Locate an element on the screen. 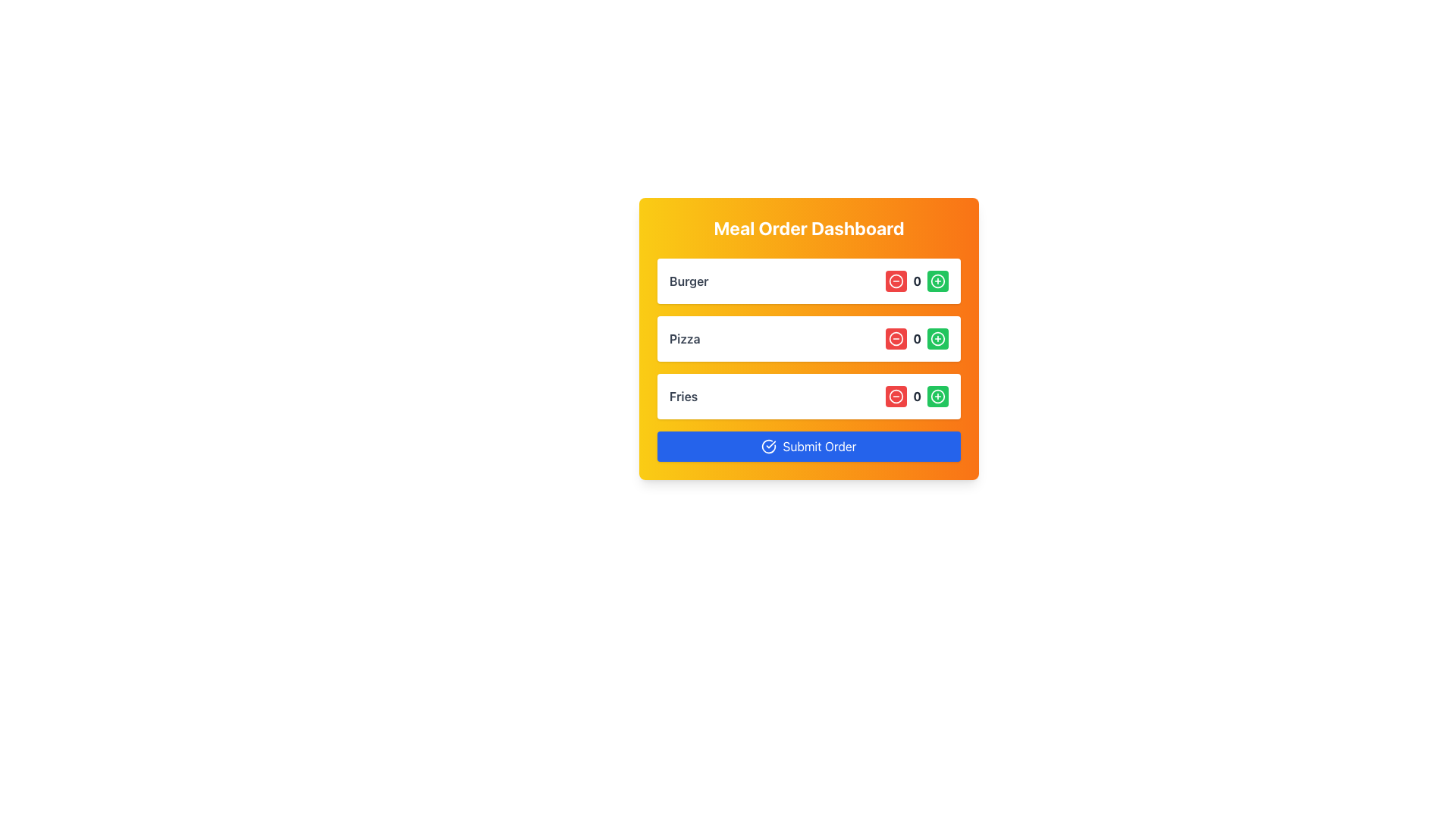 The width and height of the screenshot is (1456, 819). the circular minus sign button with a red background located in the 'Fries' meal item row is located at coordinates (896, 396).